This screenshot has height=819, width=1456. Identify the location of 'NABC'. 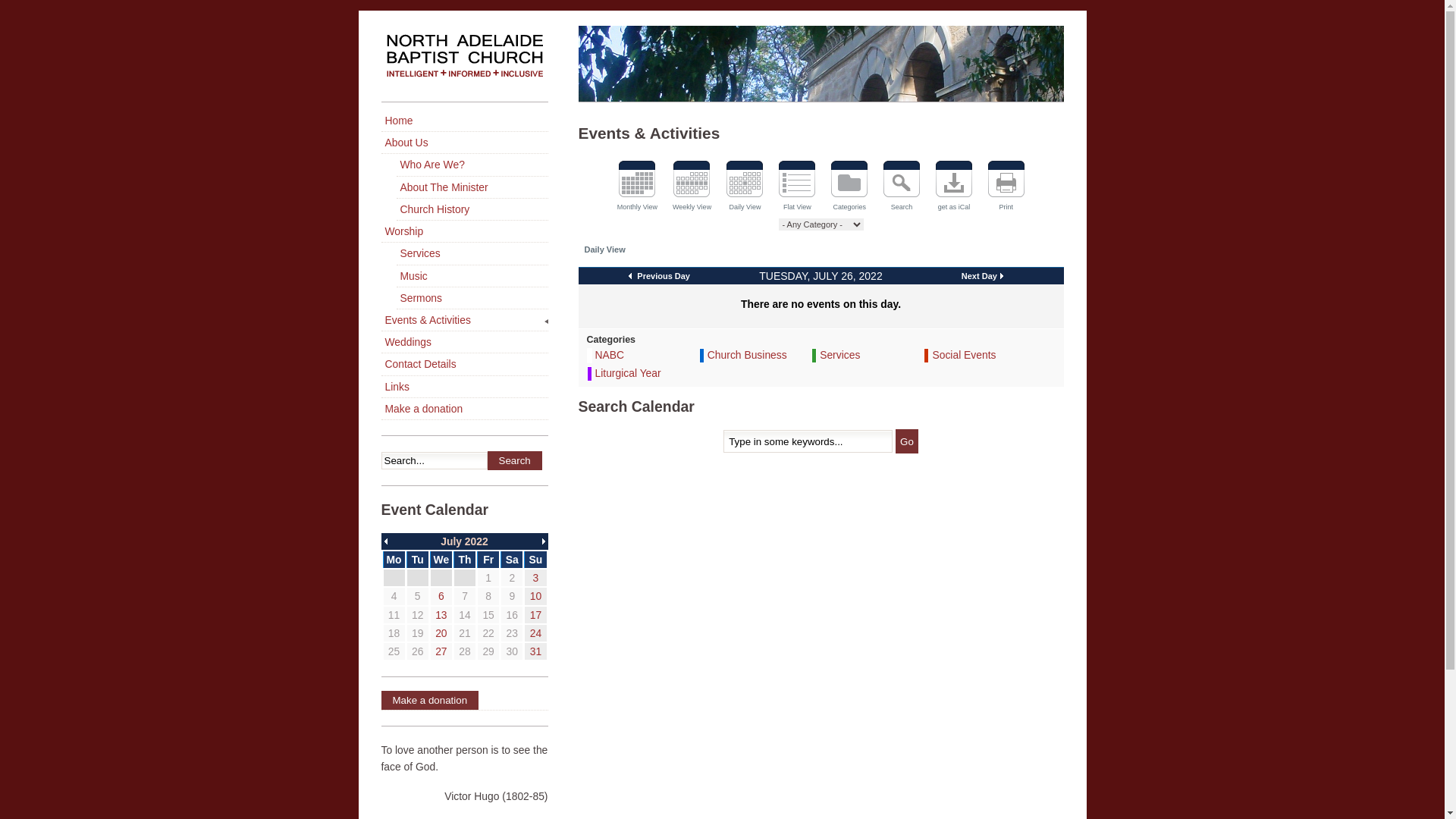
(609, 354).